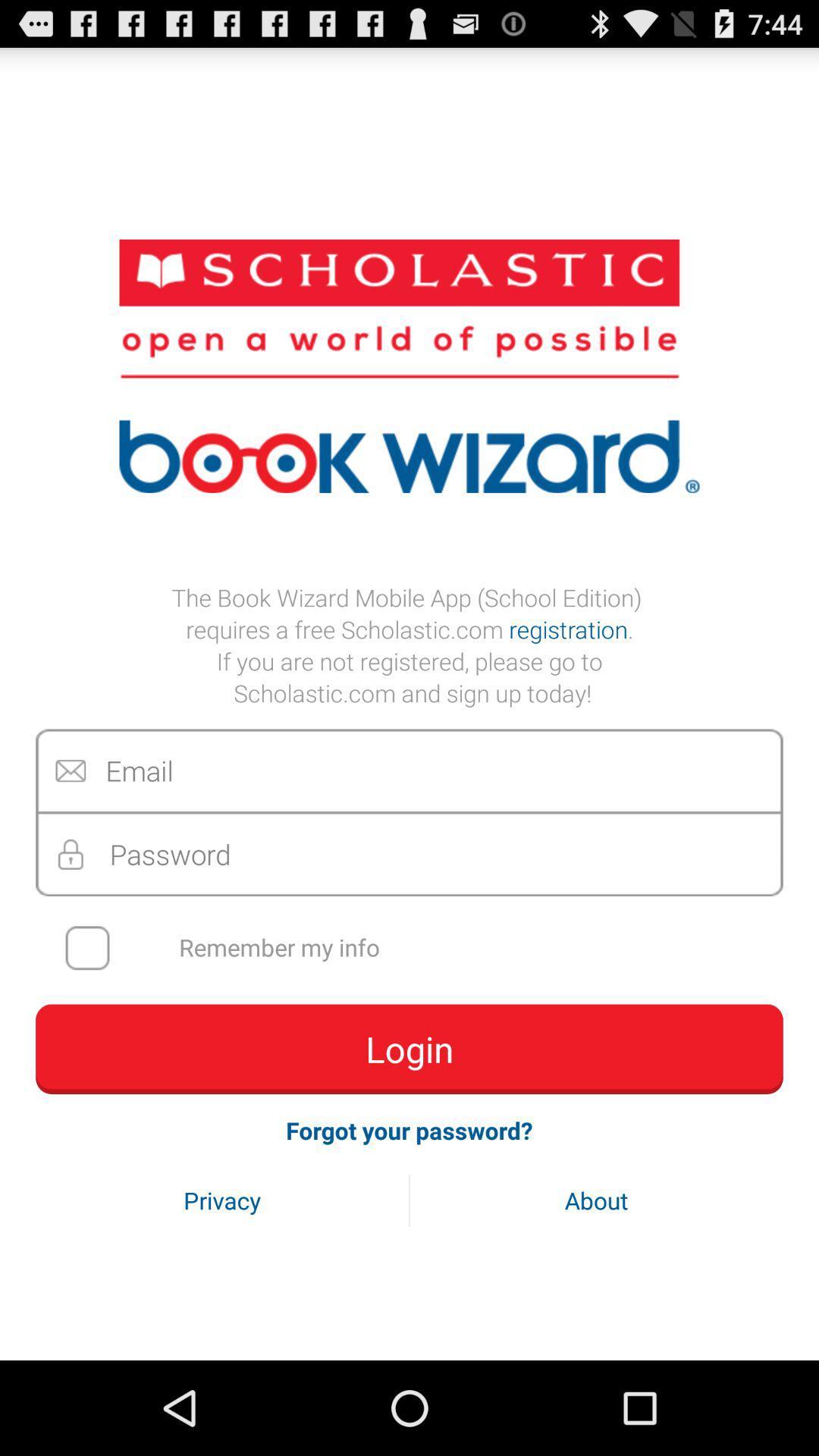 The height and width of the screenshot is (1456, 819). I want to click on login, so click(409, 1048).